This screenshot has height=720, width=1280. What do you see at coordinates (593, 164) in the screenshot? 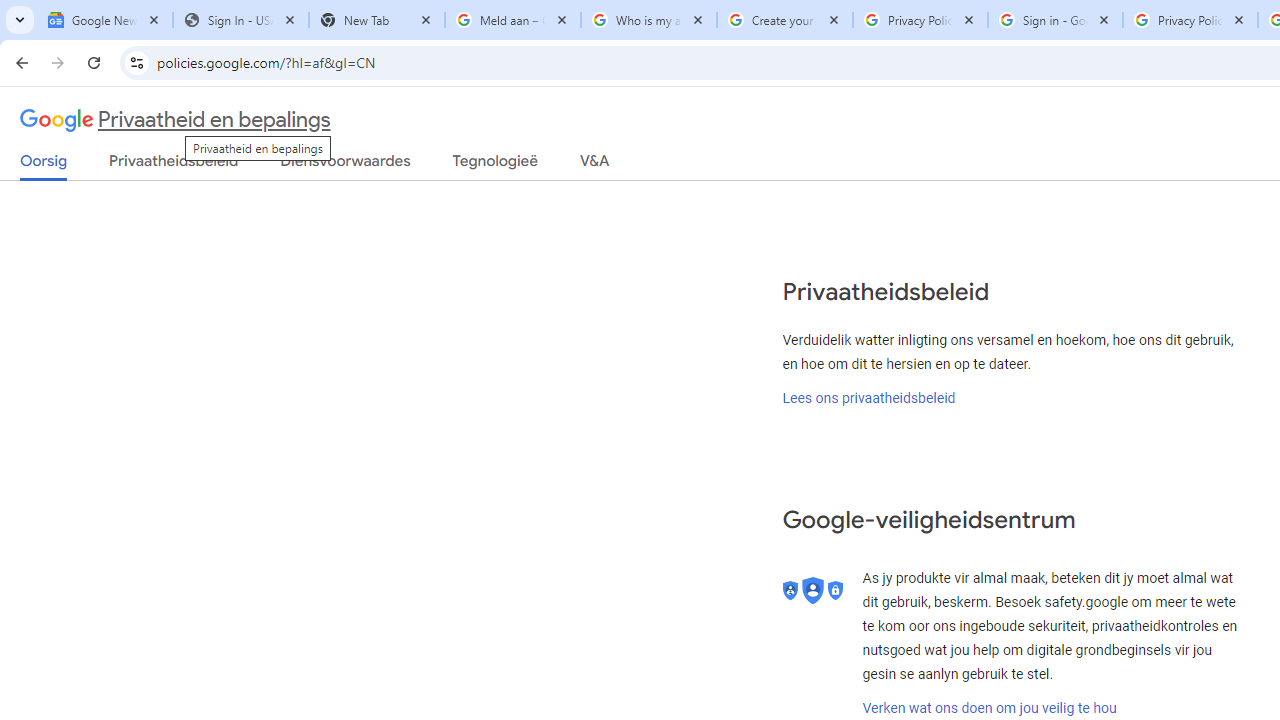
I see `'V&A'` at bounding box center [593, 164].